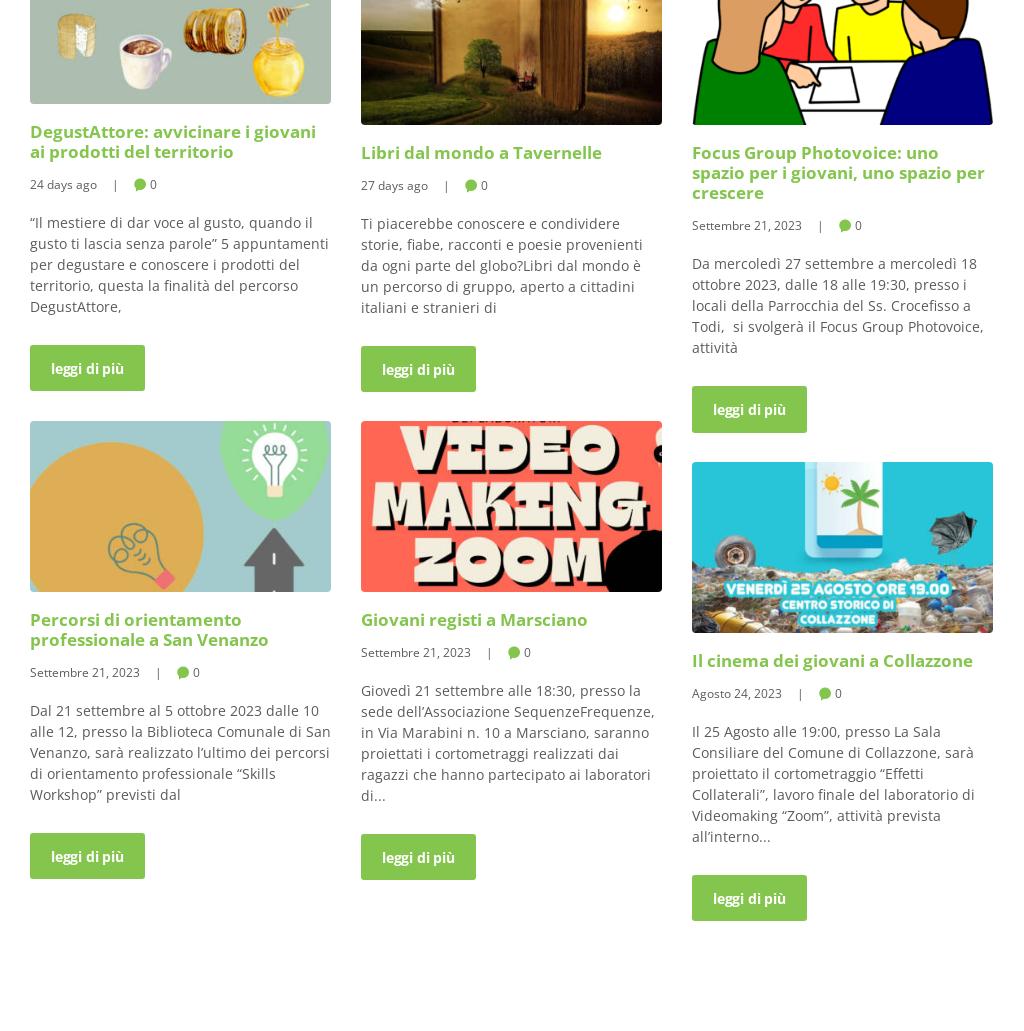 This screenshot has width=1024, height=1031. I want to click on 'Da mercoledì 27 settembre a mercoledì 18 ottobre 2023, dalle 18 alle 19:30, presso i locali della Parrocchia del Ss. Crocefisso a Todi,  si svolgerà il Focus Group Photovoice, attività', so click(692, 305).